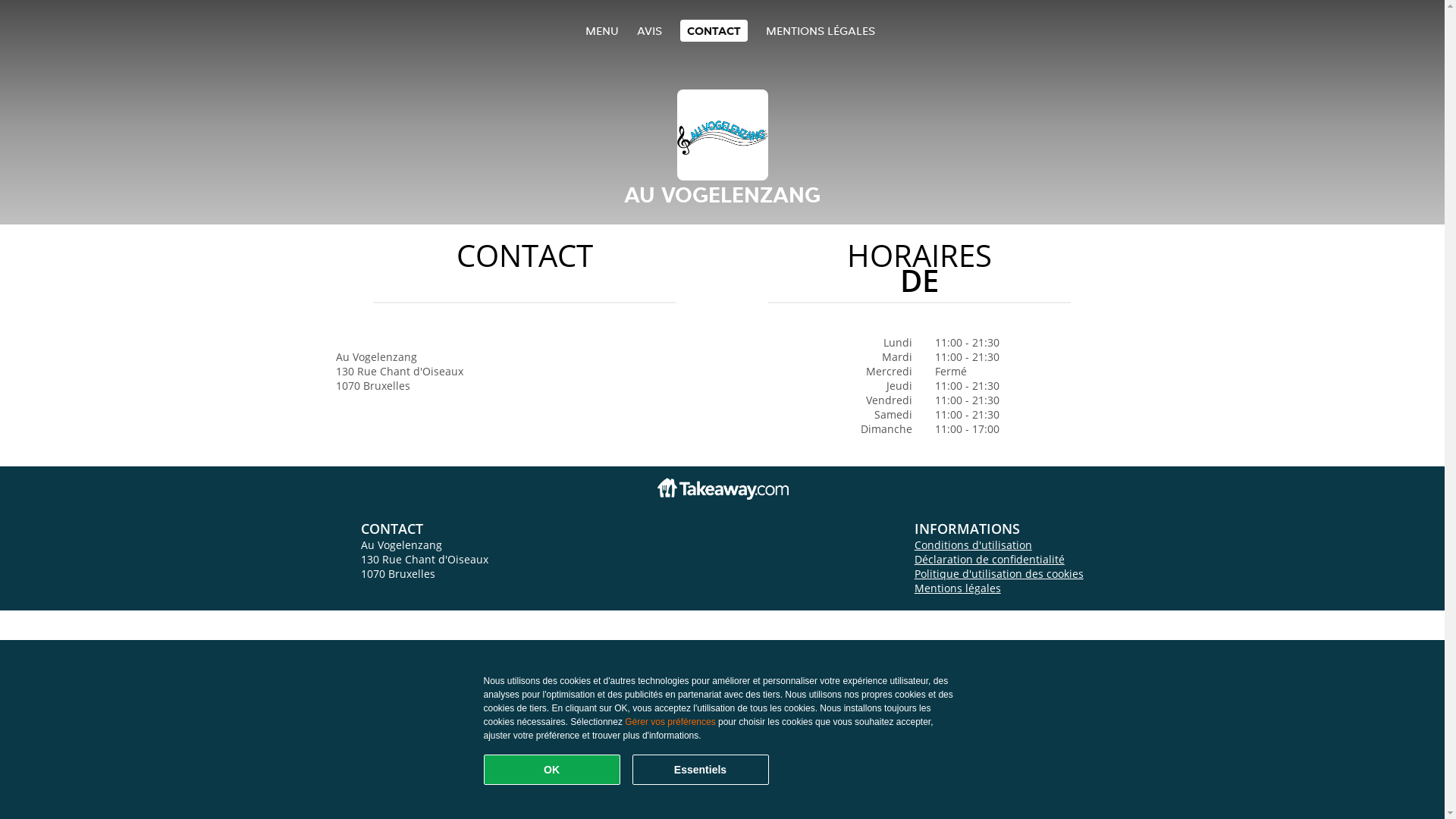  Describe the element at coordinates (585, 30) in the screenshot. I see `'MENU'` at that location.